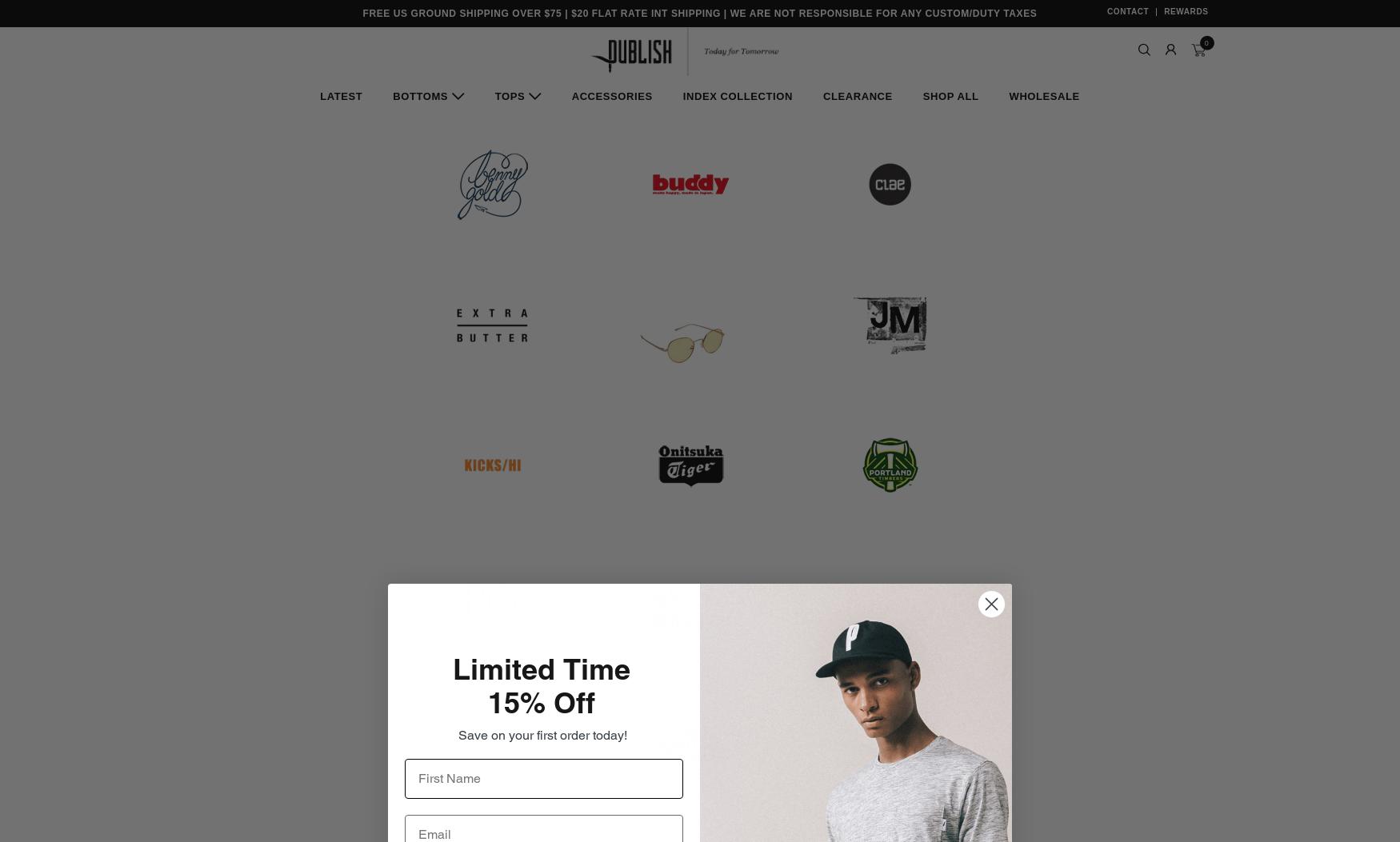  What do you see at coordinates (1014, 290) in the screenshot?
I see `'Outerwear'` at bounding box center [1014, 290].